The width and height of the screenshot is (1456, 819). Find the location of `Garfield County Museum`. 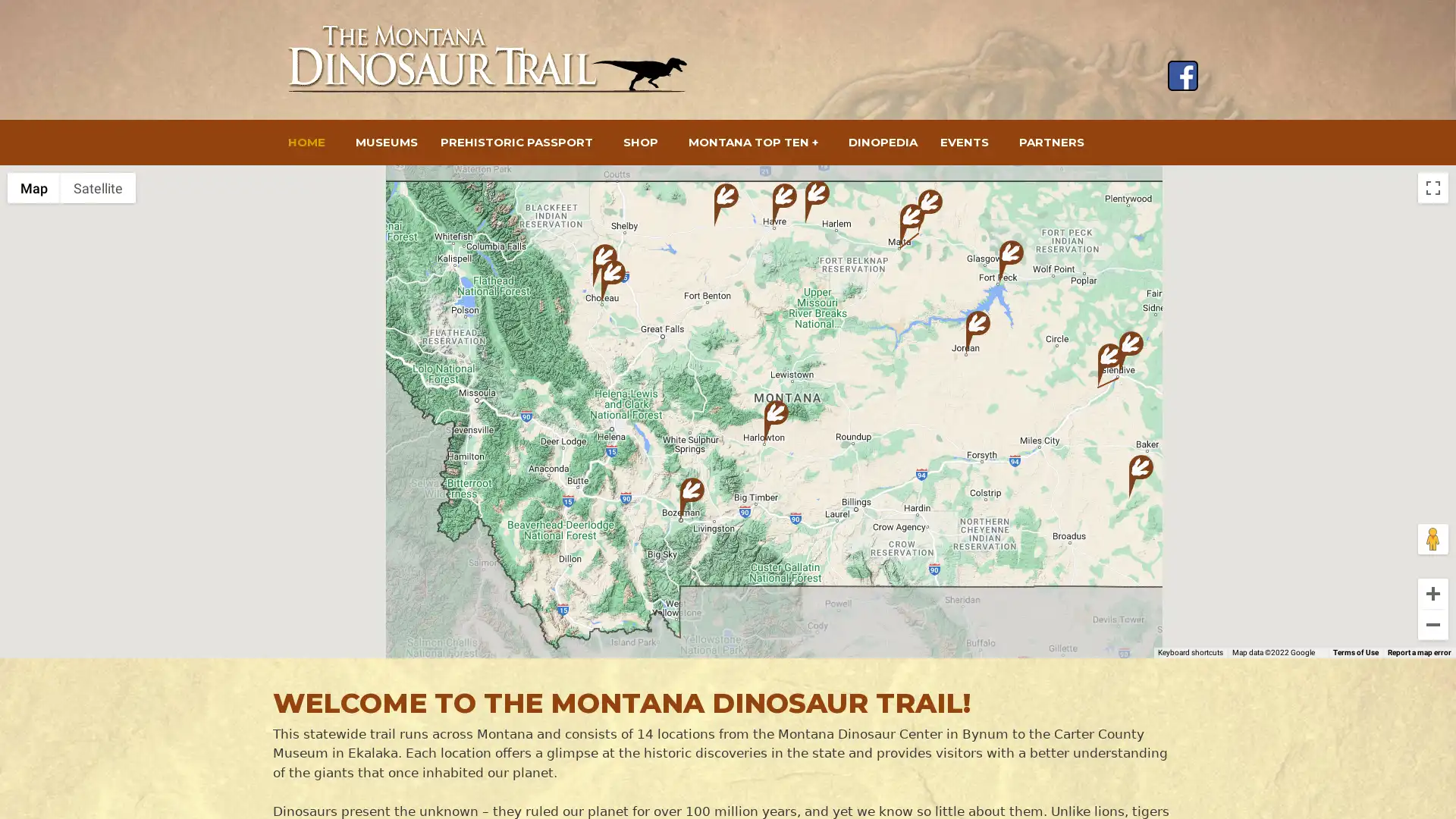

Garfield County Museum is located at coordinates (978, 331).